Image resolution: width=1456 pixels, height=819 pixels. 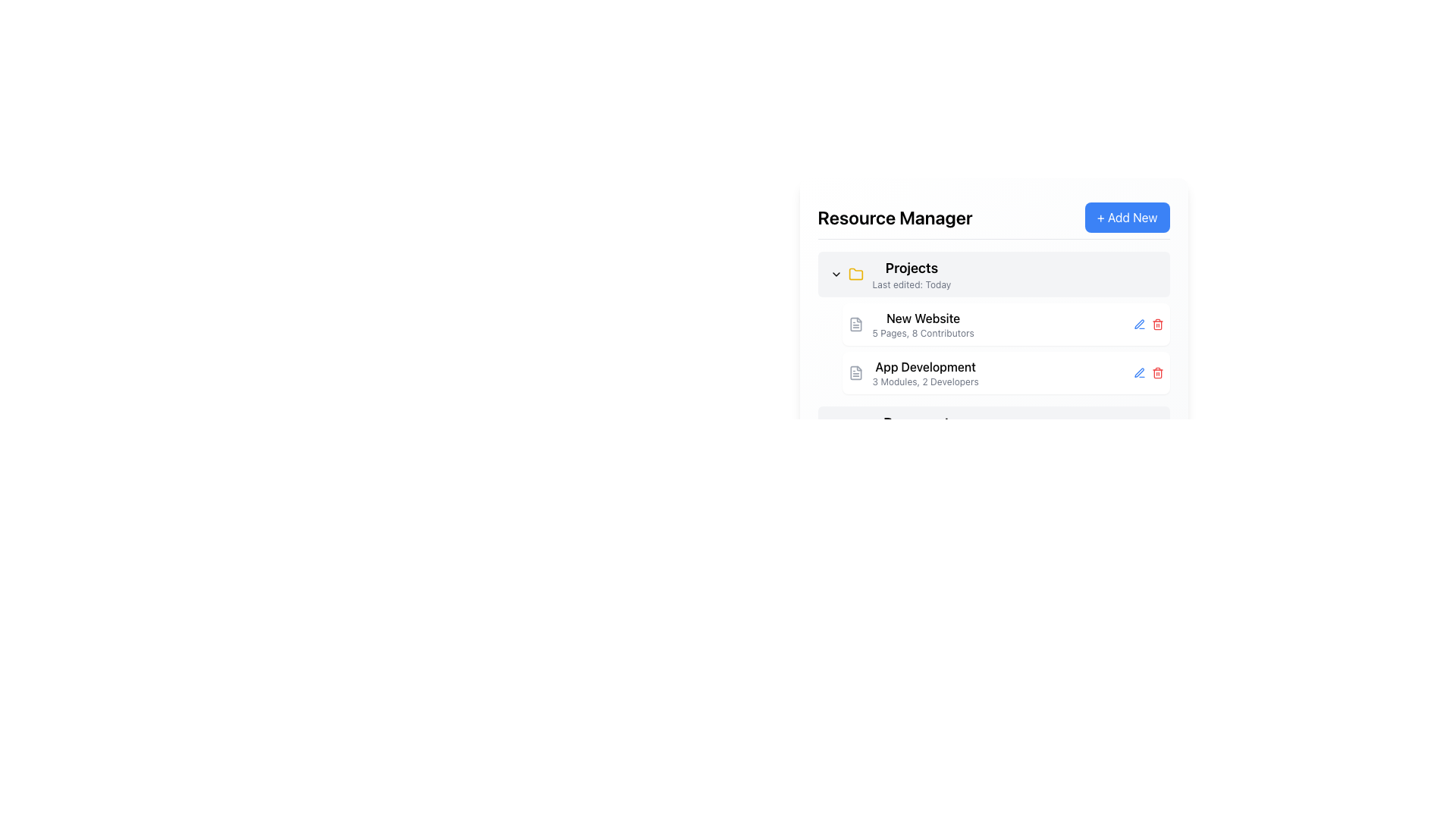 I want to click on the 'Projects' text element located in the 'Resource Manager' panel, so click(x=911, y=268).